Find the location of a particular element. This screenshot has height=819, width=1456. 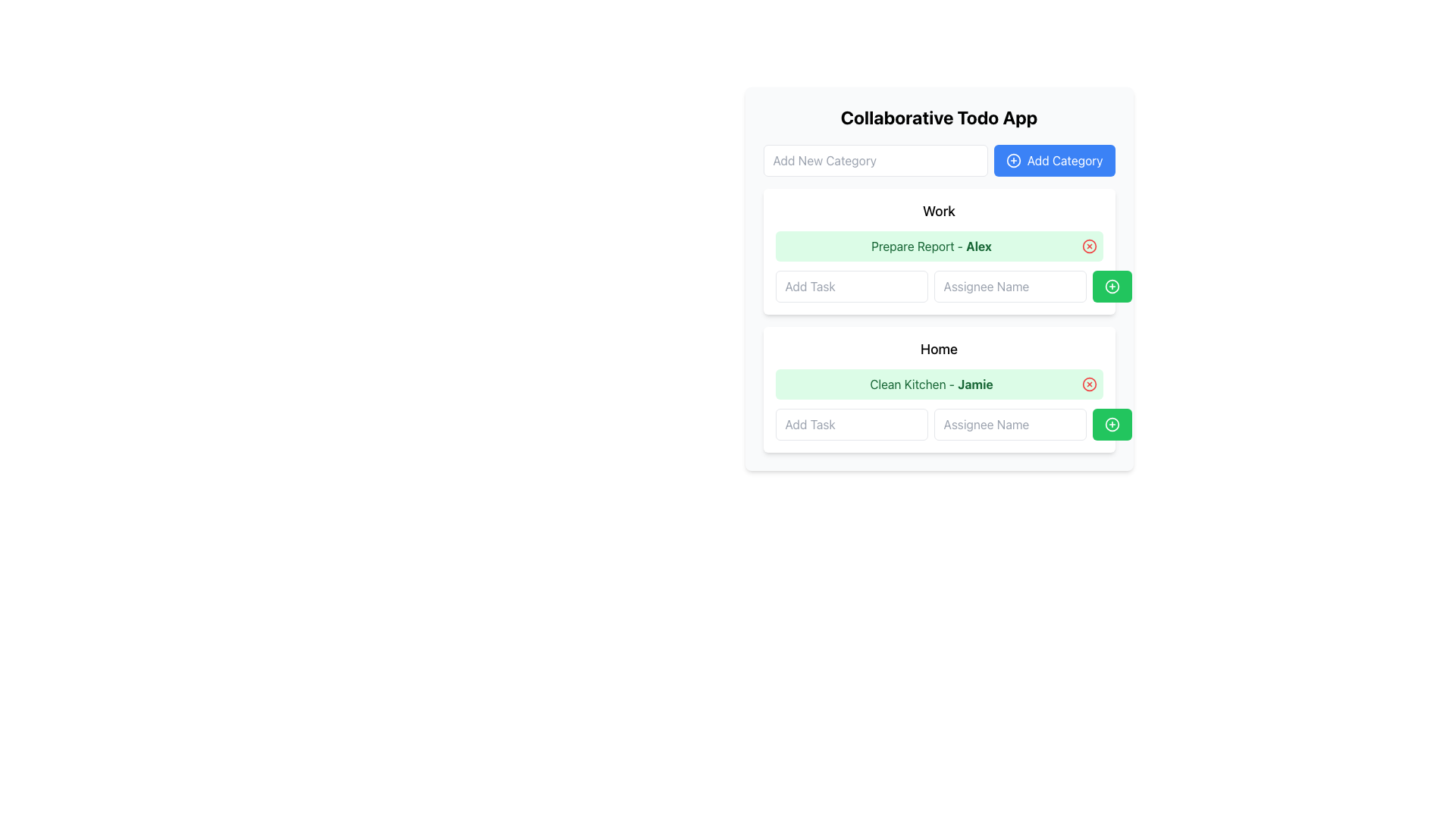

the Text Display that shows 'Clean Kitchen - Jamie' with a bold font style and a green background, located under the 'Home' section above 'Add Task' and 'Assignee Name' inputs is located at coordinates (930, 383).